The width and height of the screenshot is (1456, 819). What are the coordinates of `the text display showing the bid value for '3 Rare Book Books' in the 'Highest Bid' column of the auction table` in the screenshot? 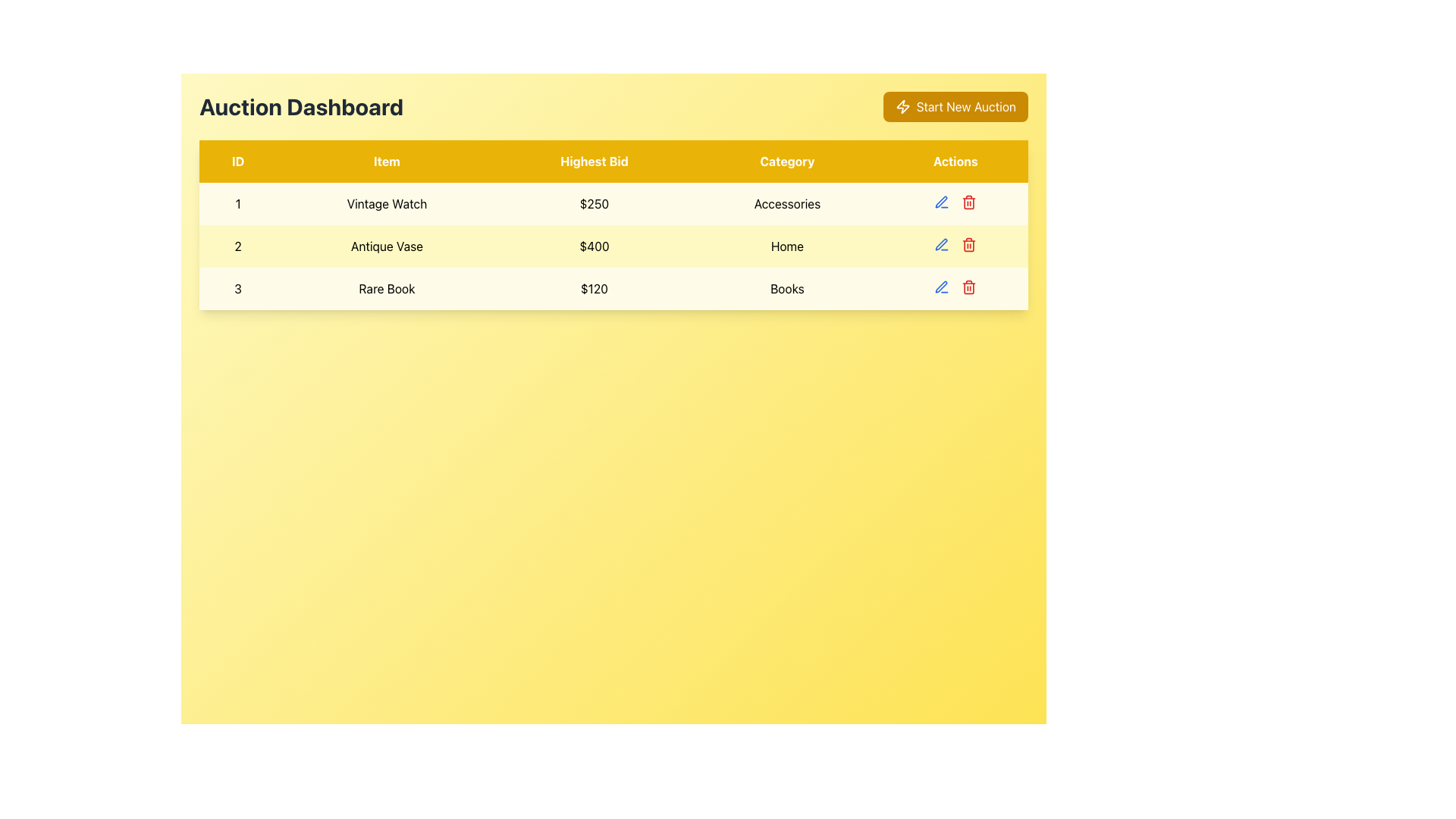 It's located at (593, 289).